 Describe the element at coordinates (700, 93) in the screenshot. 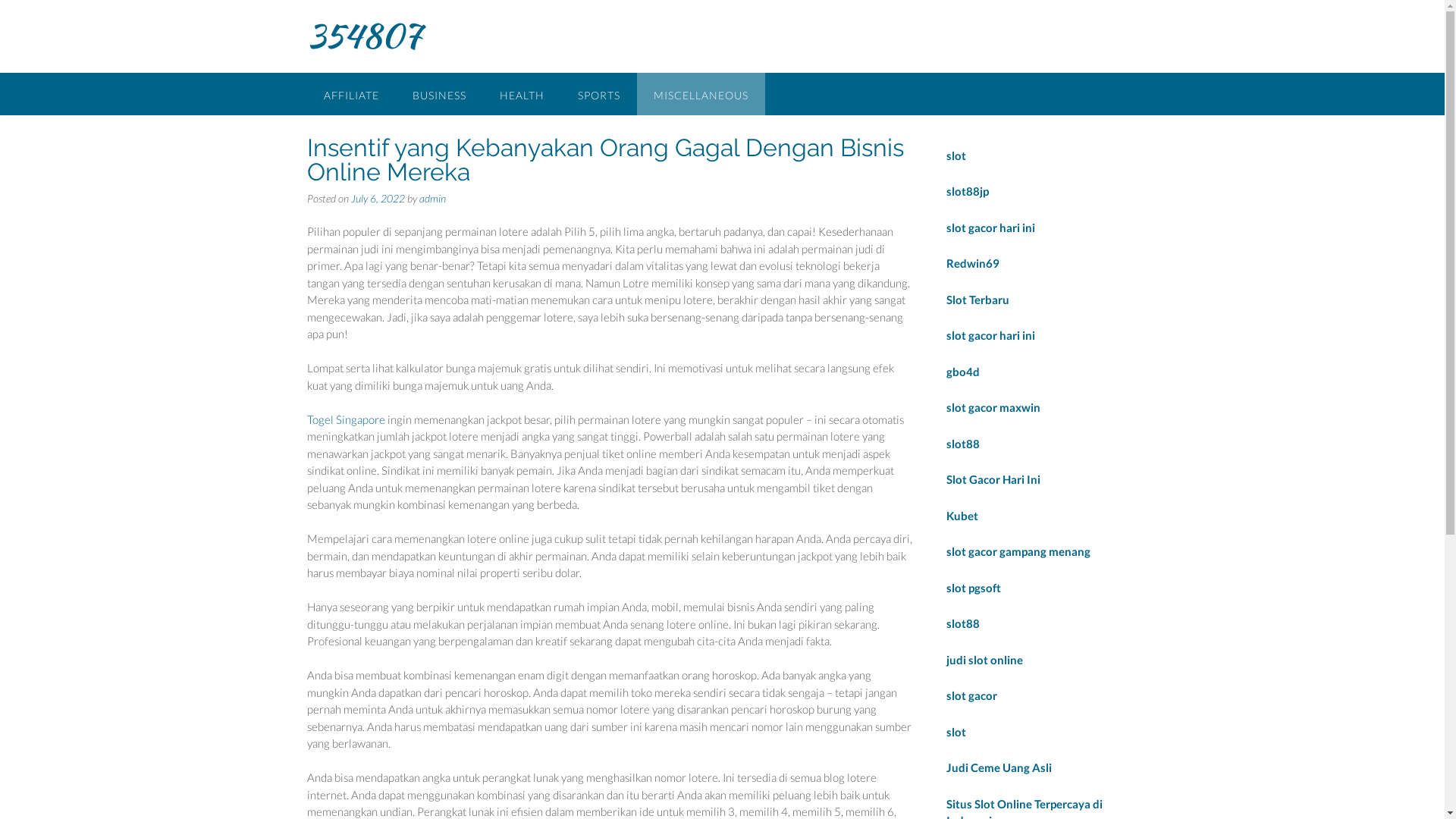

I see `'MISCELLANEOUS'` at that location.